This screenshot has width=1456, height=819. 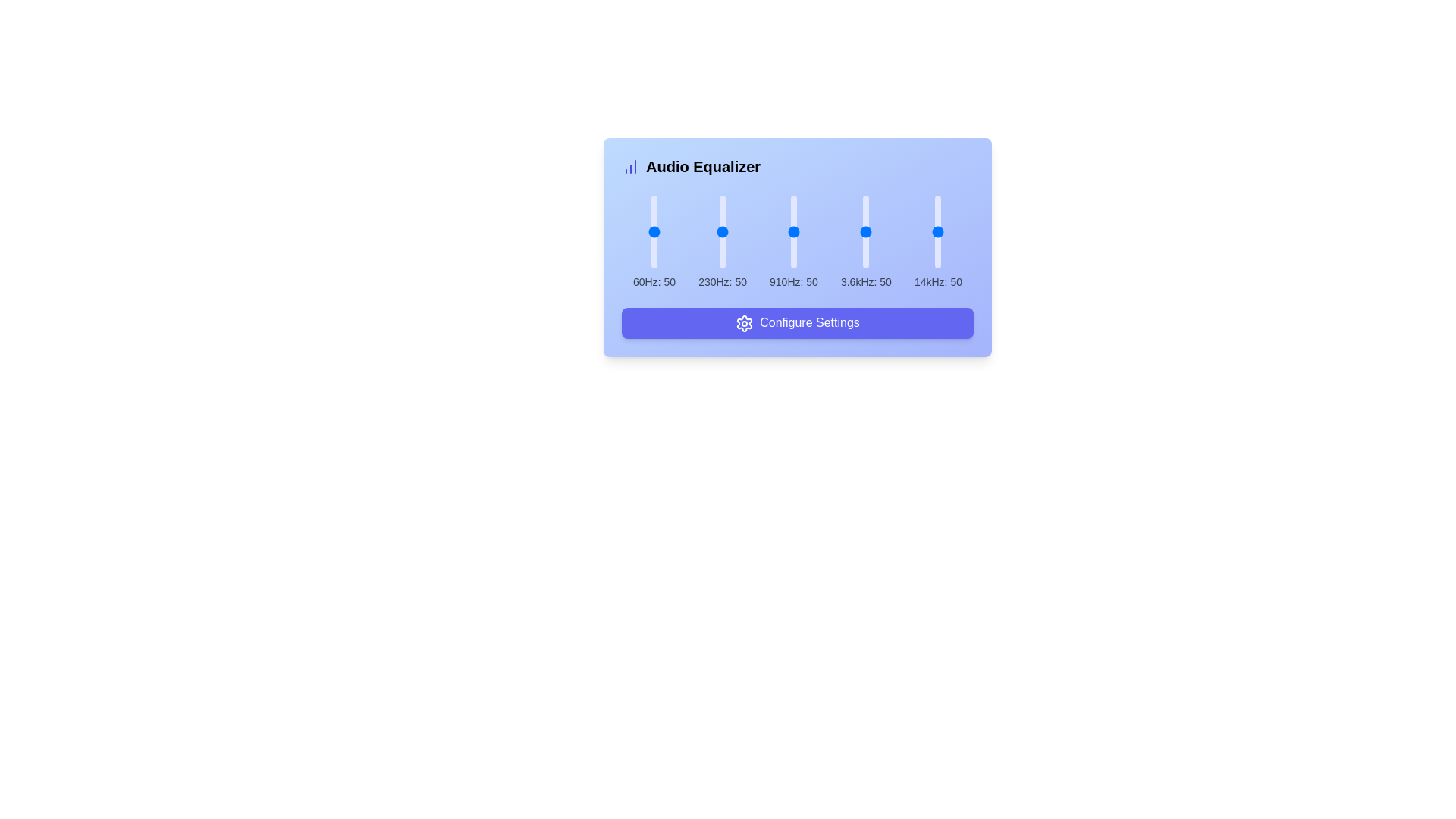 What do you see at coordinates (722, 216) in the screenshot?
I see `the 230Hz band value` at bounding box center [722, 216].